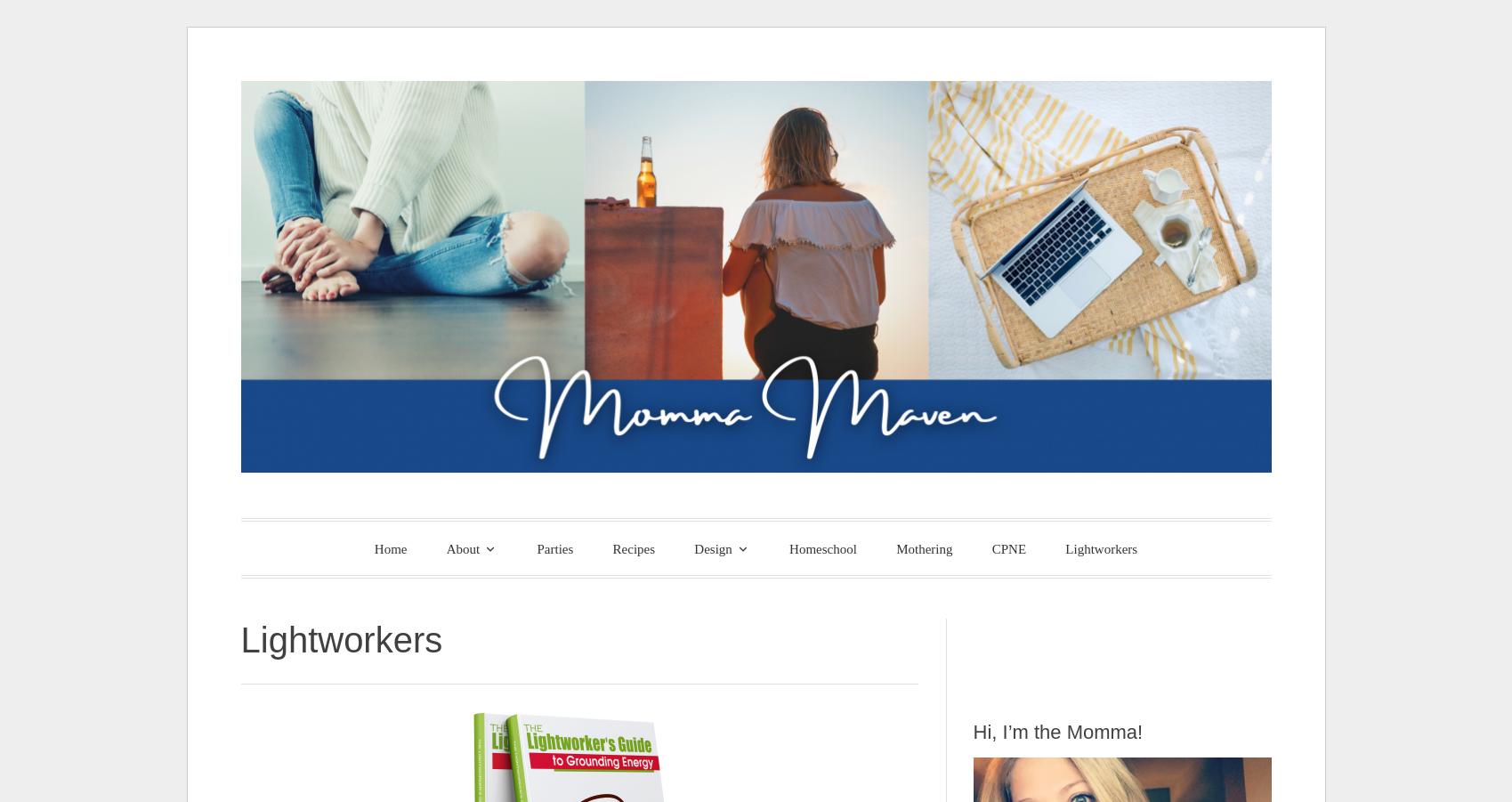 Image resolution: width=1512 pixels, height=802 pixels. I want to click on 'Parties', so click(554, 547).